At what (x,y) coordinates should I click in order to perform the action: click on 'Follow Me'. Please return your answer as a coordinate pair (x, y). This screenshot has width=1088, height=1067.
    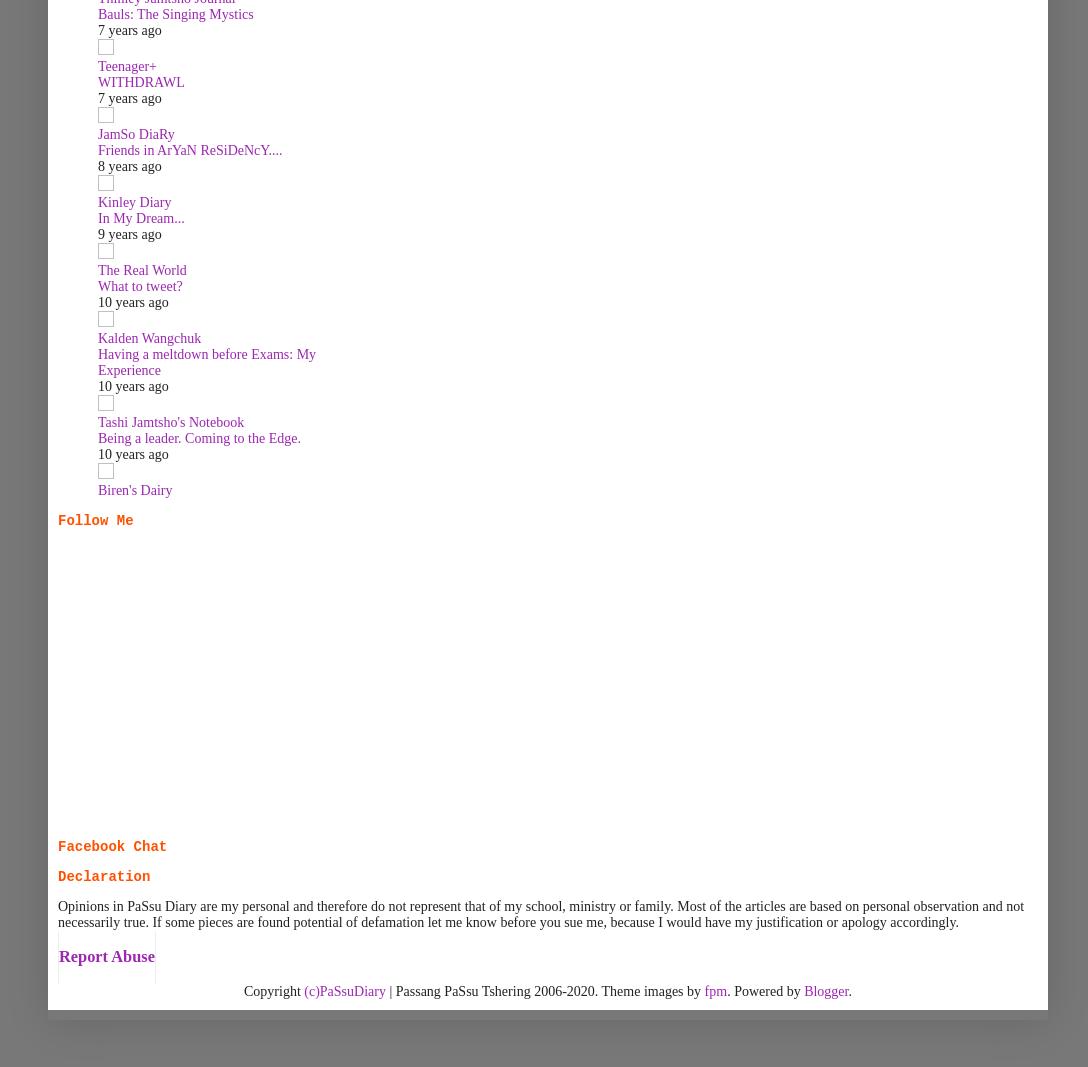
    Looking at the image, I should click on (95, 520).